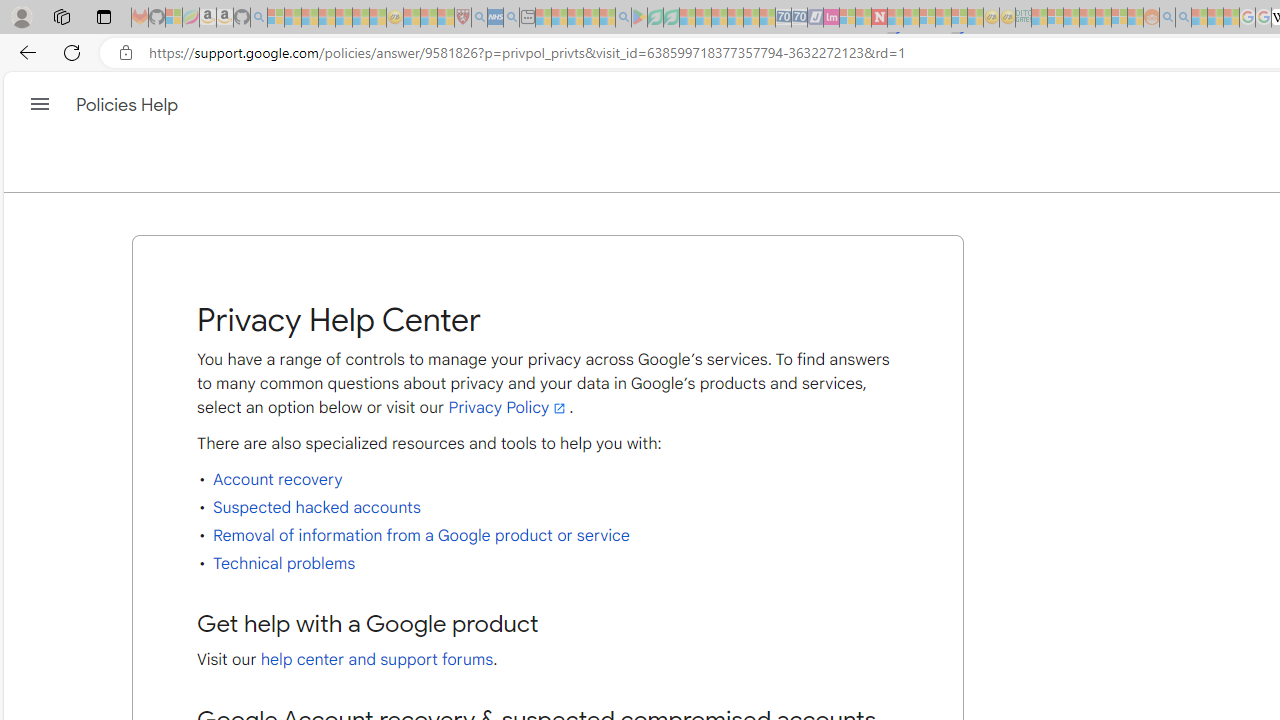 This screenshot has width=1280, height=720. Describe the element at coordinates (376, 660) in the screenshot. I see `'help center and support forums'` at that location.